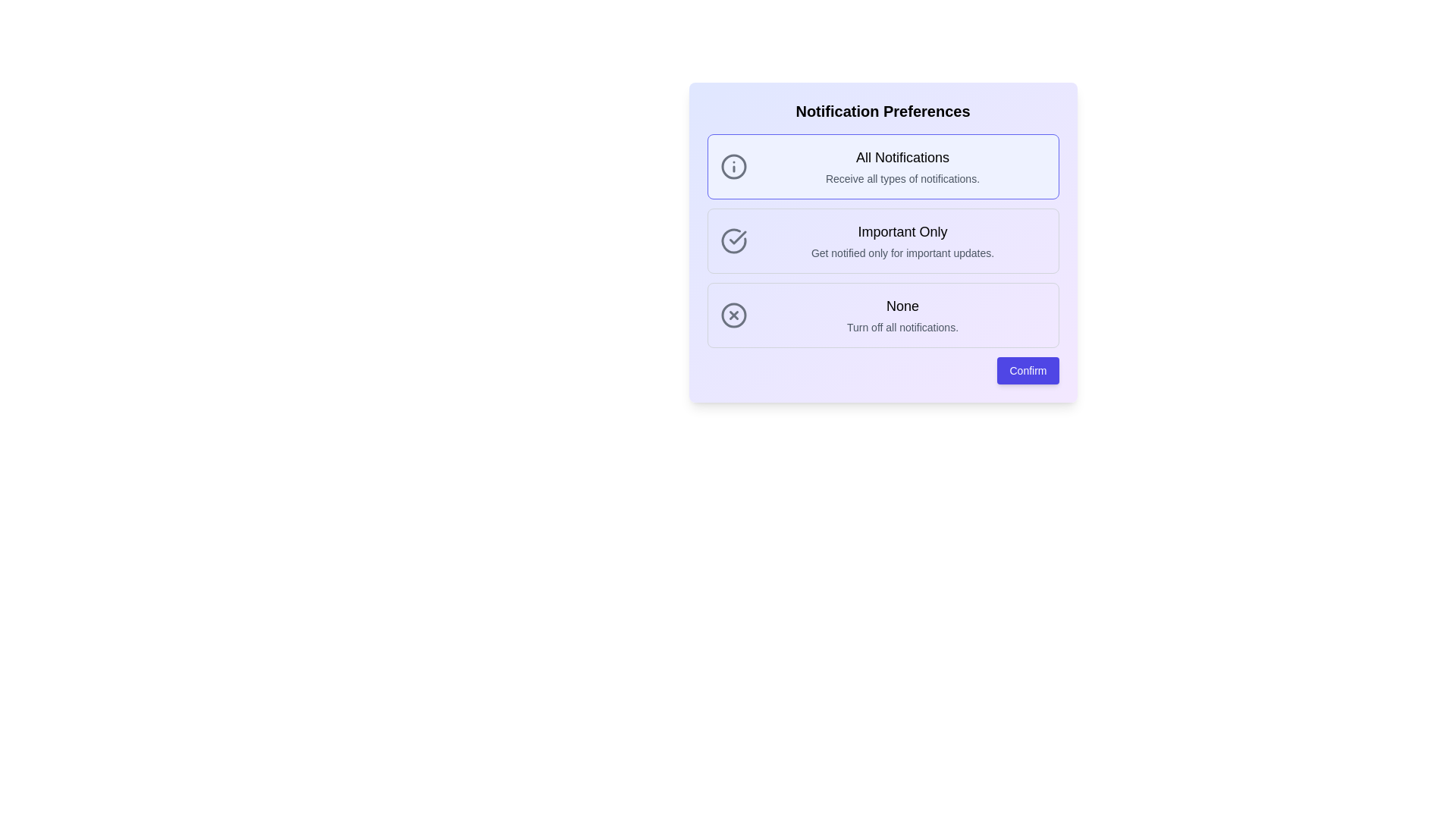  Describe the element at coordinates (902, 315) in the screenshot. I see `the 'None' selection option in the 'Notification Preferences' panel` at that location.